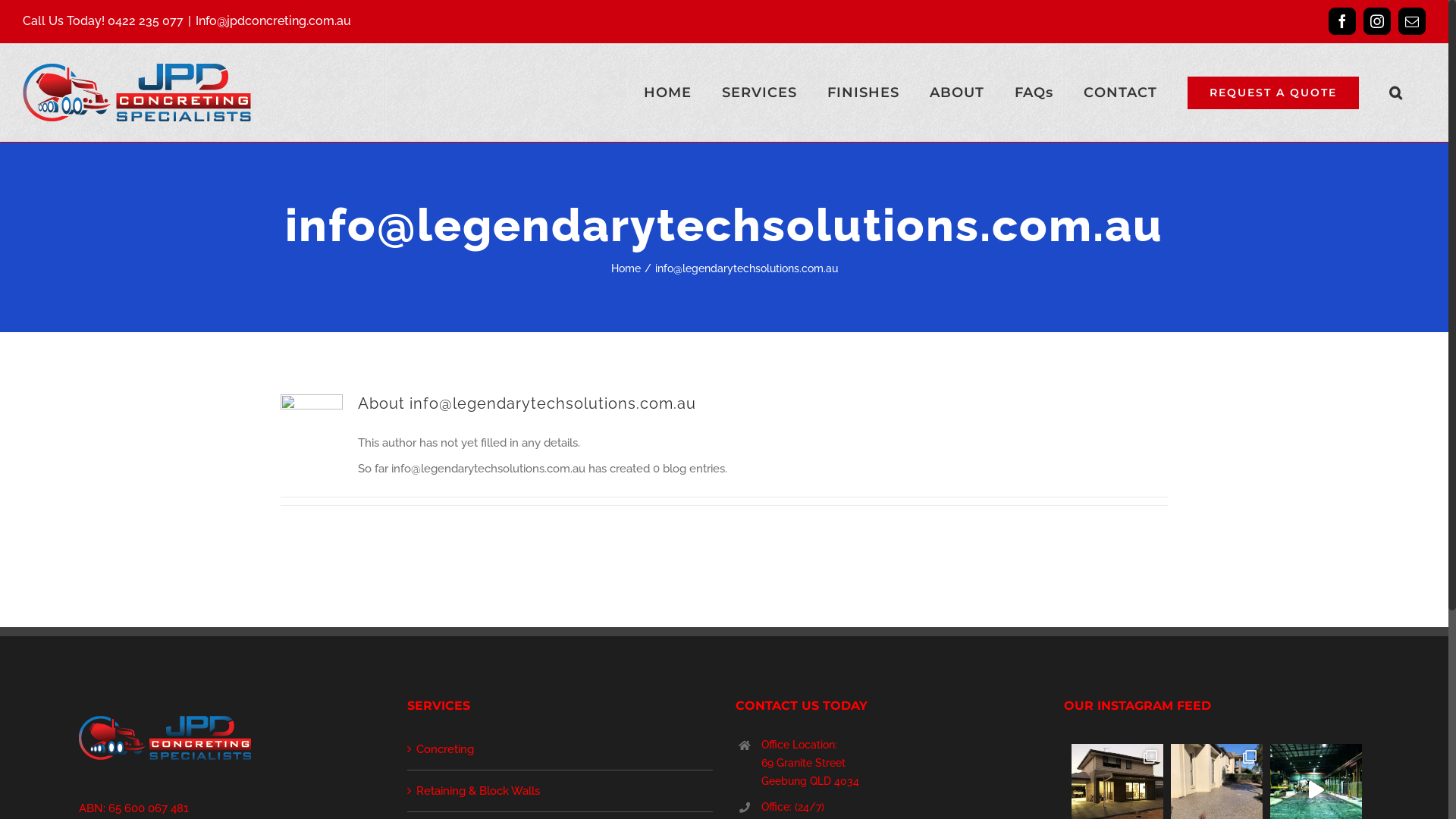  What do you see at coordinates (759, 93) in the screenshot?
I see `'SERVICES'` at bounding box center [759, 93].